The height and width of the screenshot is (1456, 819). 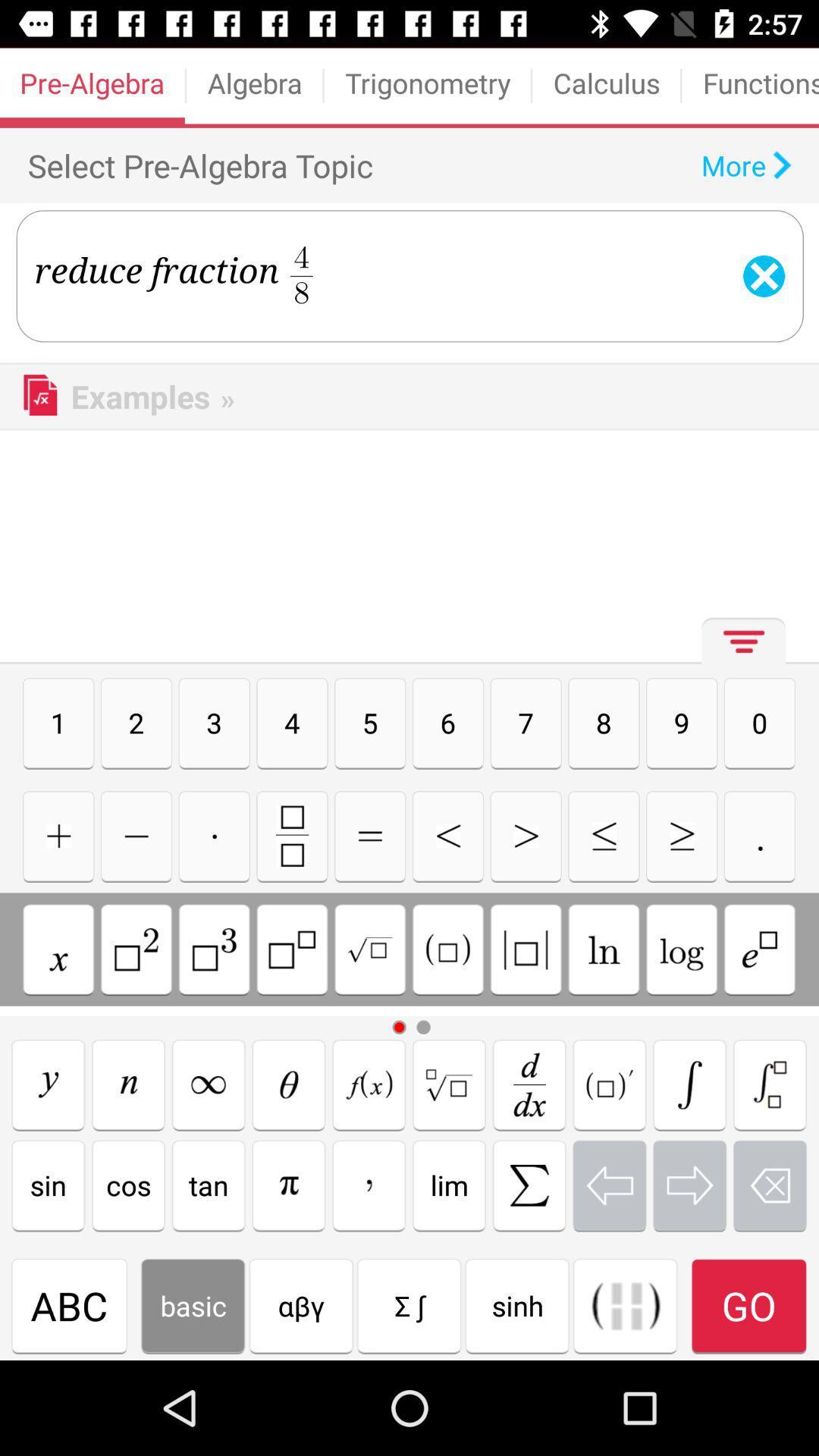 I want to click on the arrow_forward icon, so click(x=689, y=1185).